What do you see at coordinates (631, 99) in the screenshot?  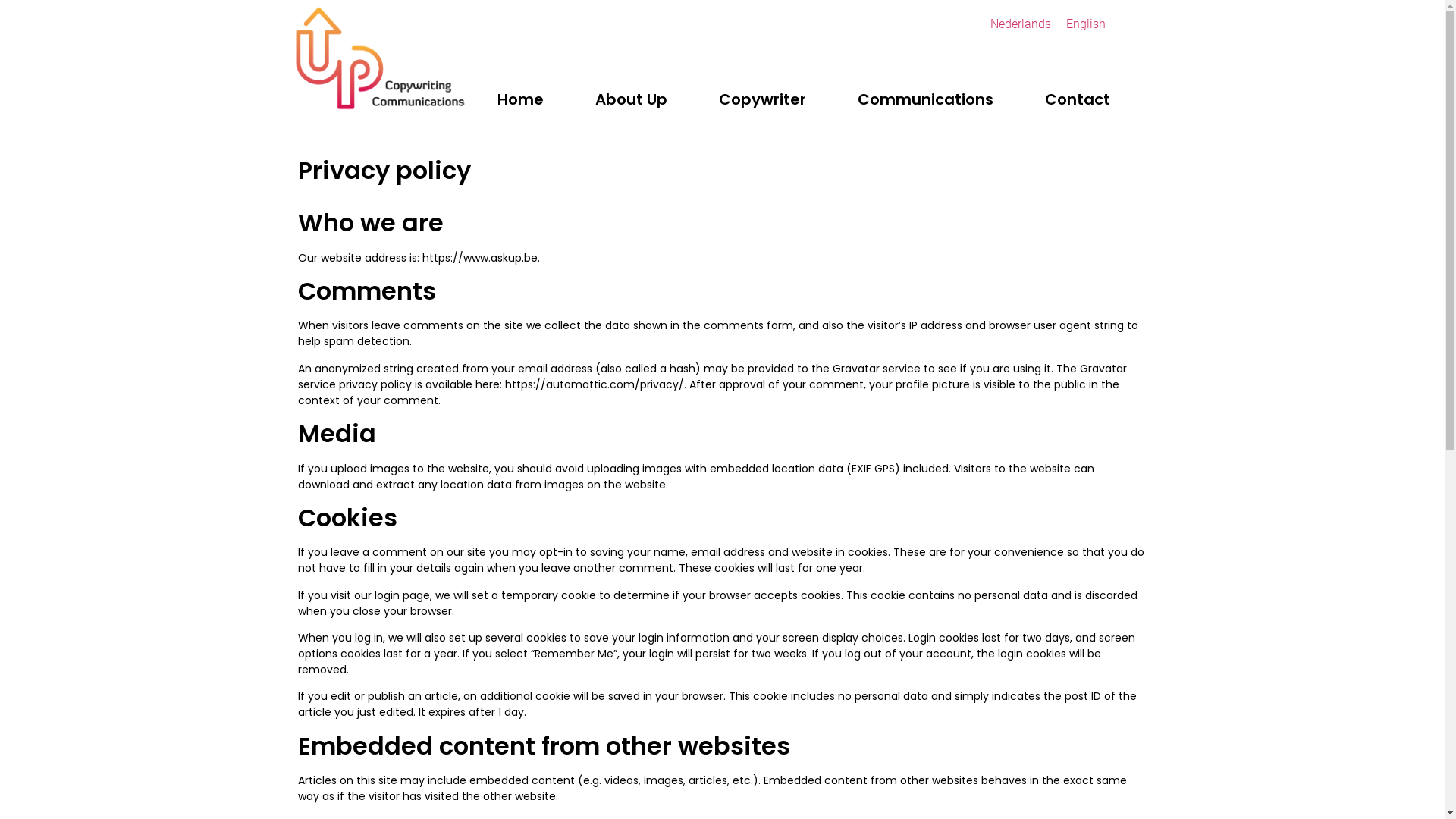 I see `'About Up'` at bounding box center [631, 99].